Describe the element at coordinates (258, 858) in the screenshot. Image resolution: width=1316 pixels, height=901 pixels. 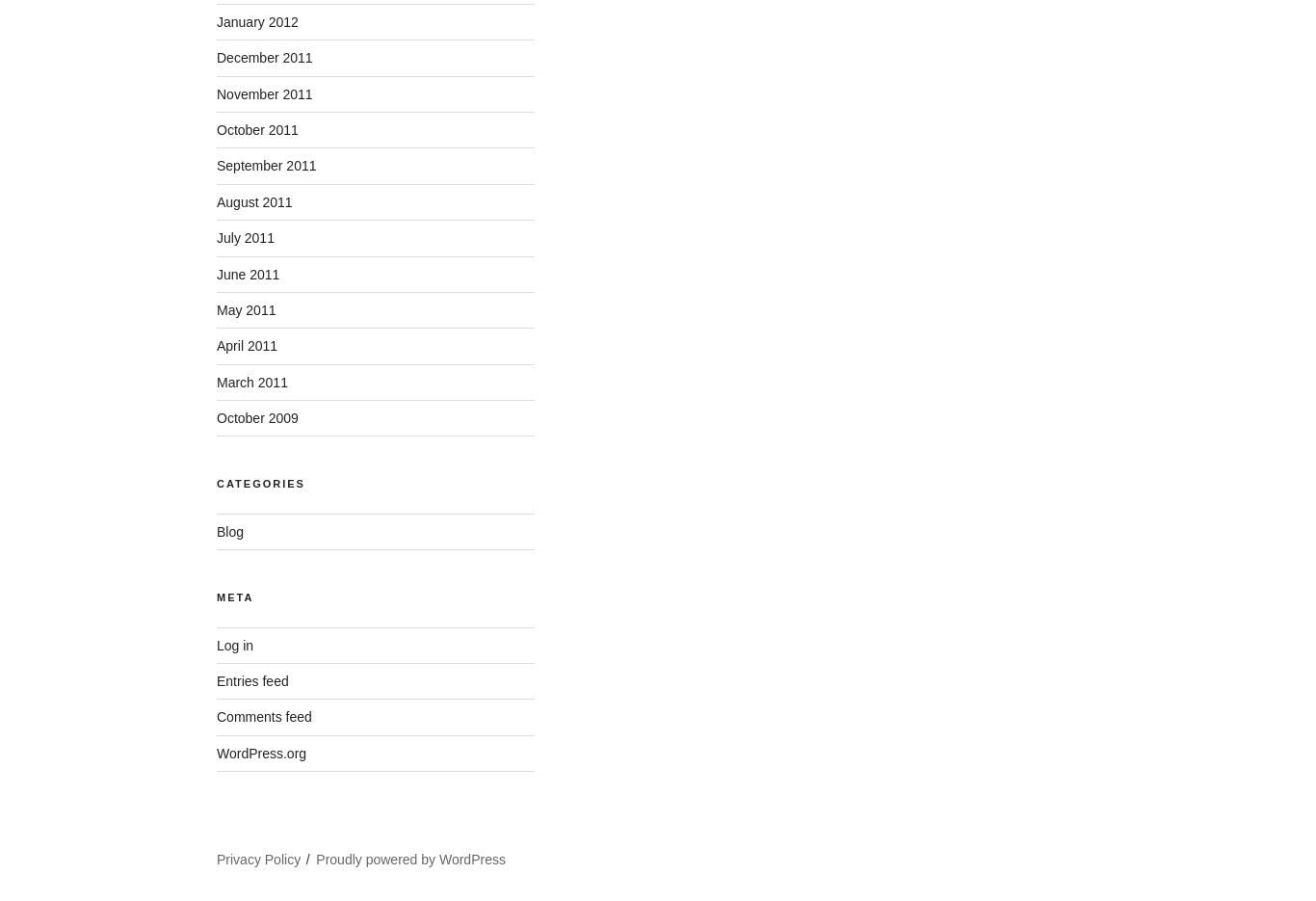
I see `'Privacy Policy'` at that location.